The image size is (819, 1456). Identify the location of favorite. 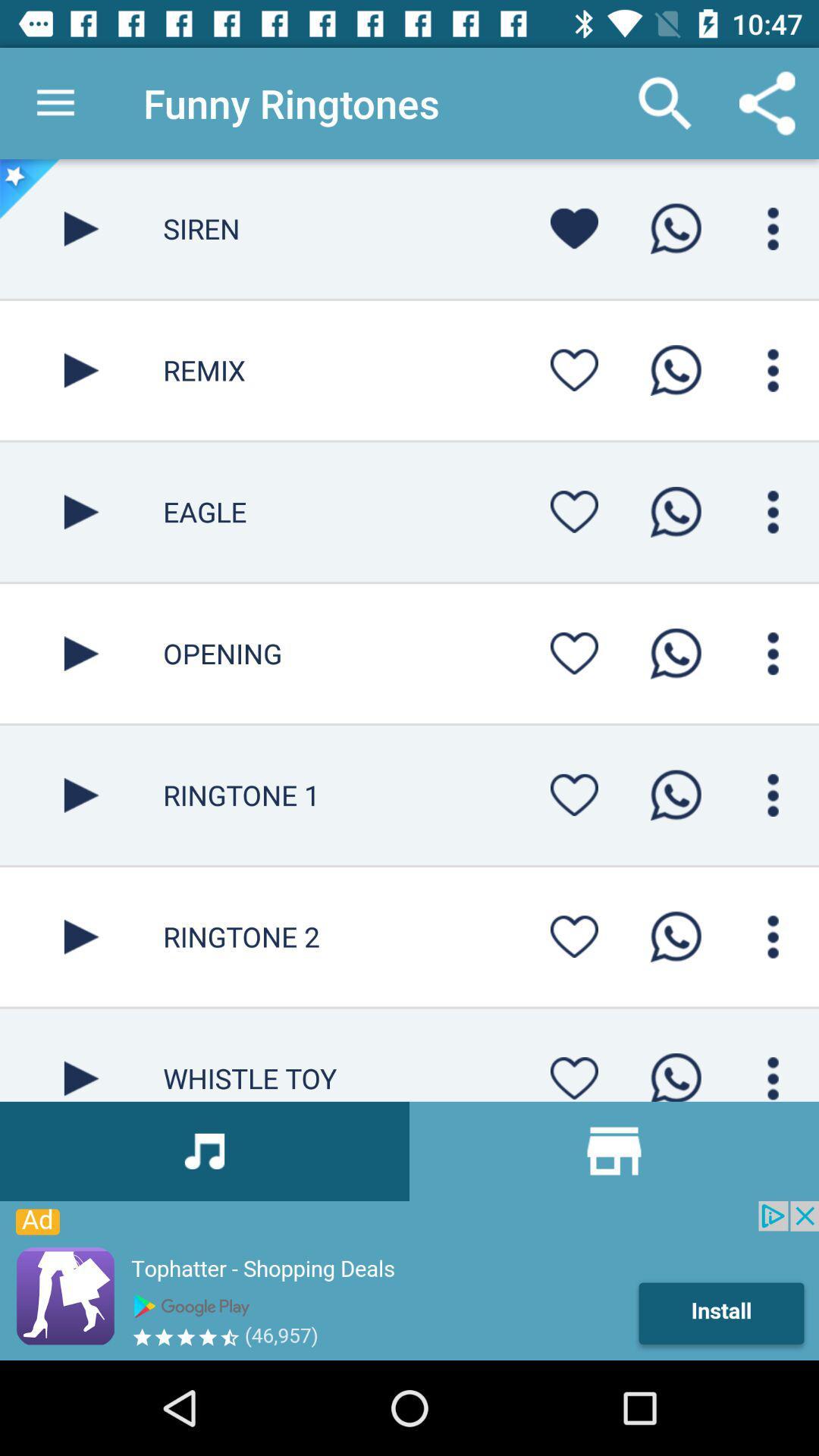
(574, 653).